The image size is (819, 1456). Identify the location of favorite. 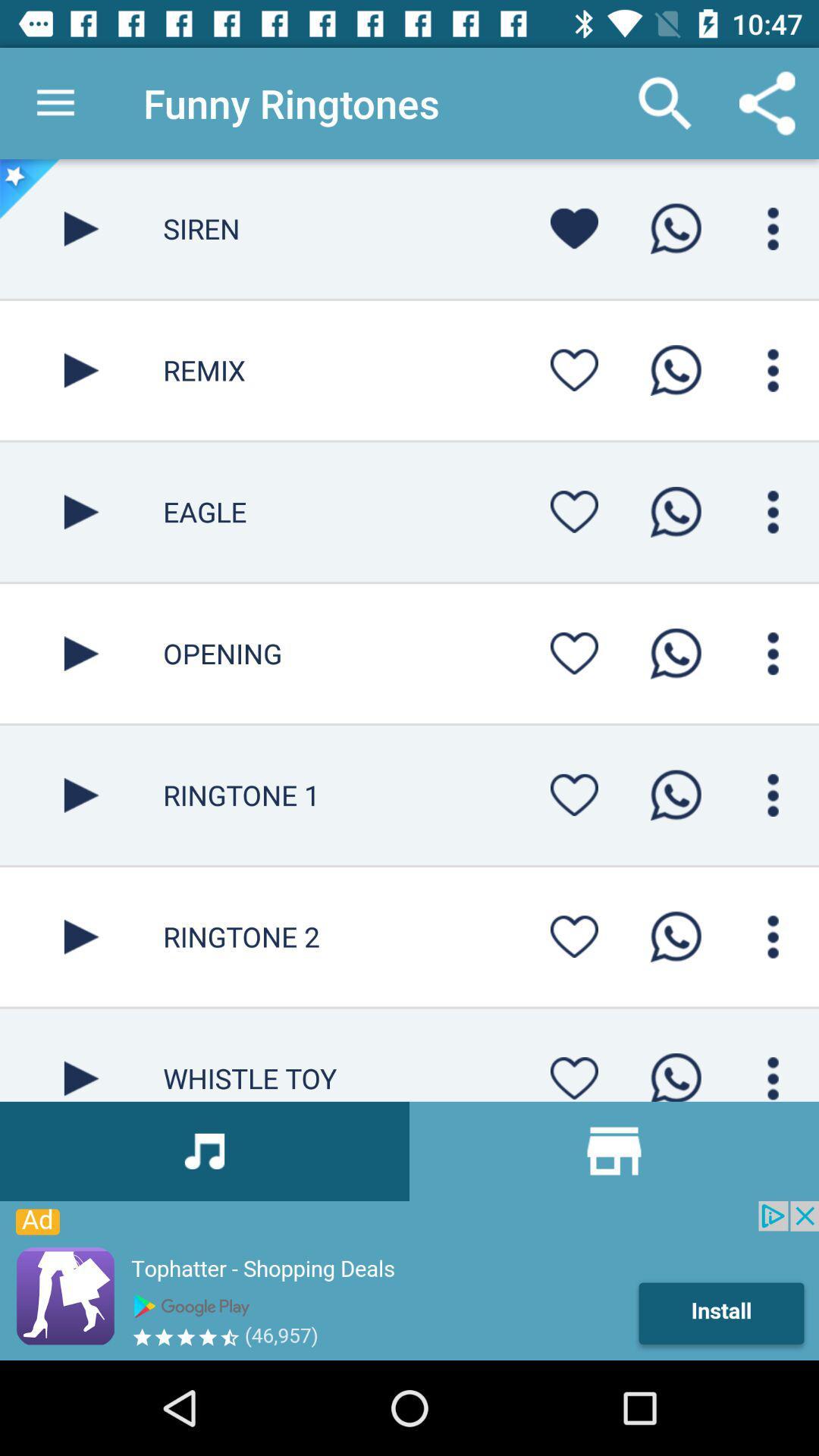
(574, 653).